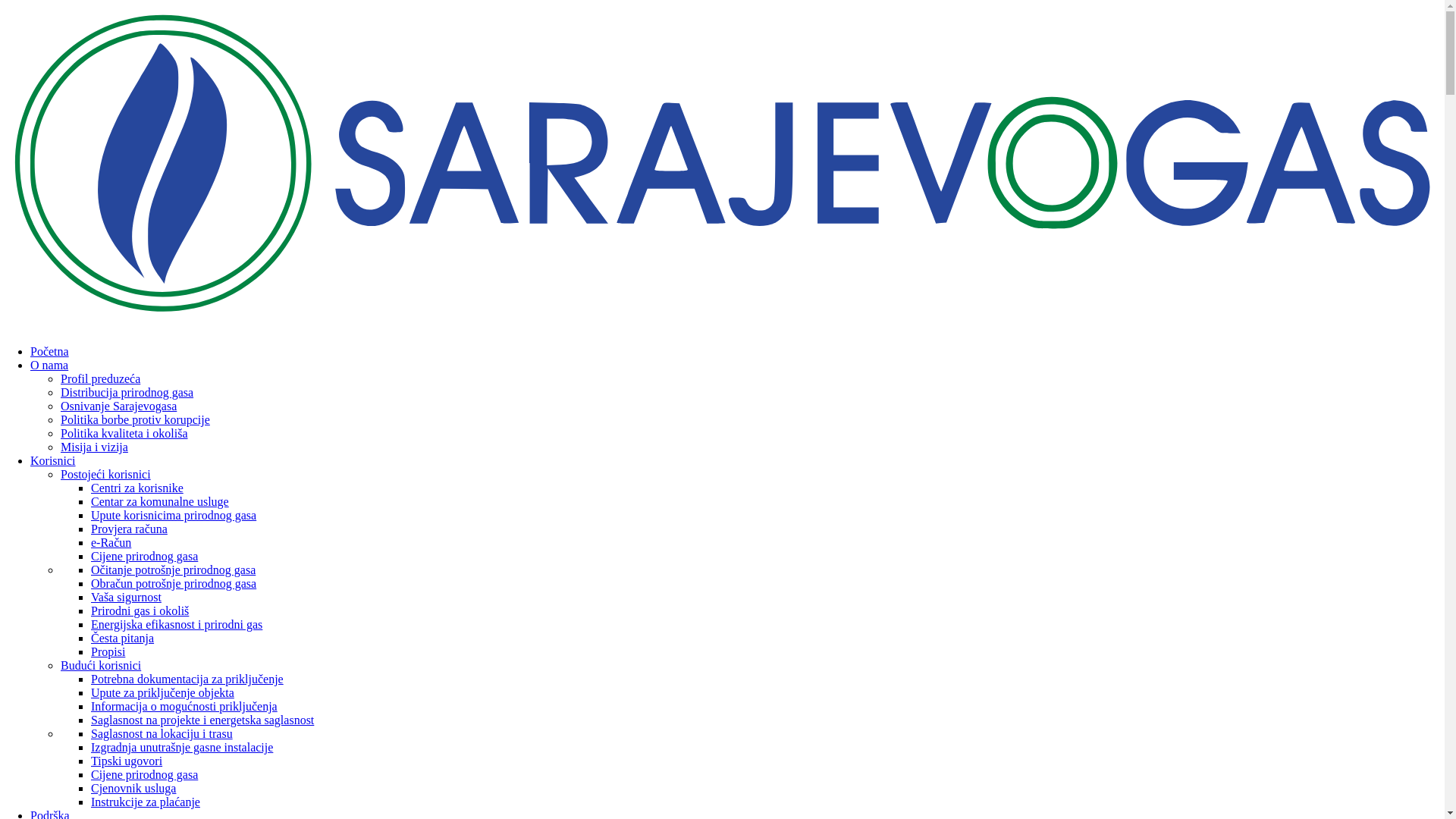 The image size is (1456, 819). What do you see at coordinates (53, 460) in the screenshot?
I see `'Korisnici'` at bounding box center [53, 460].